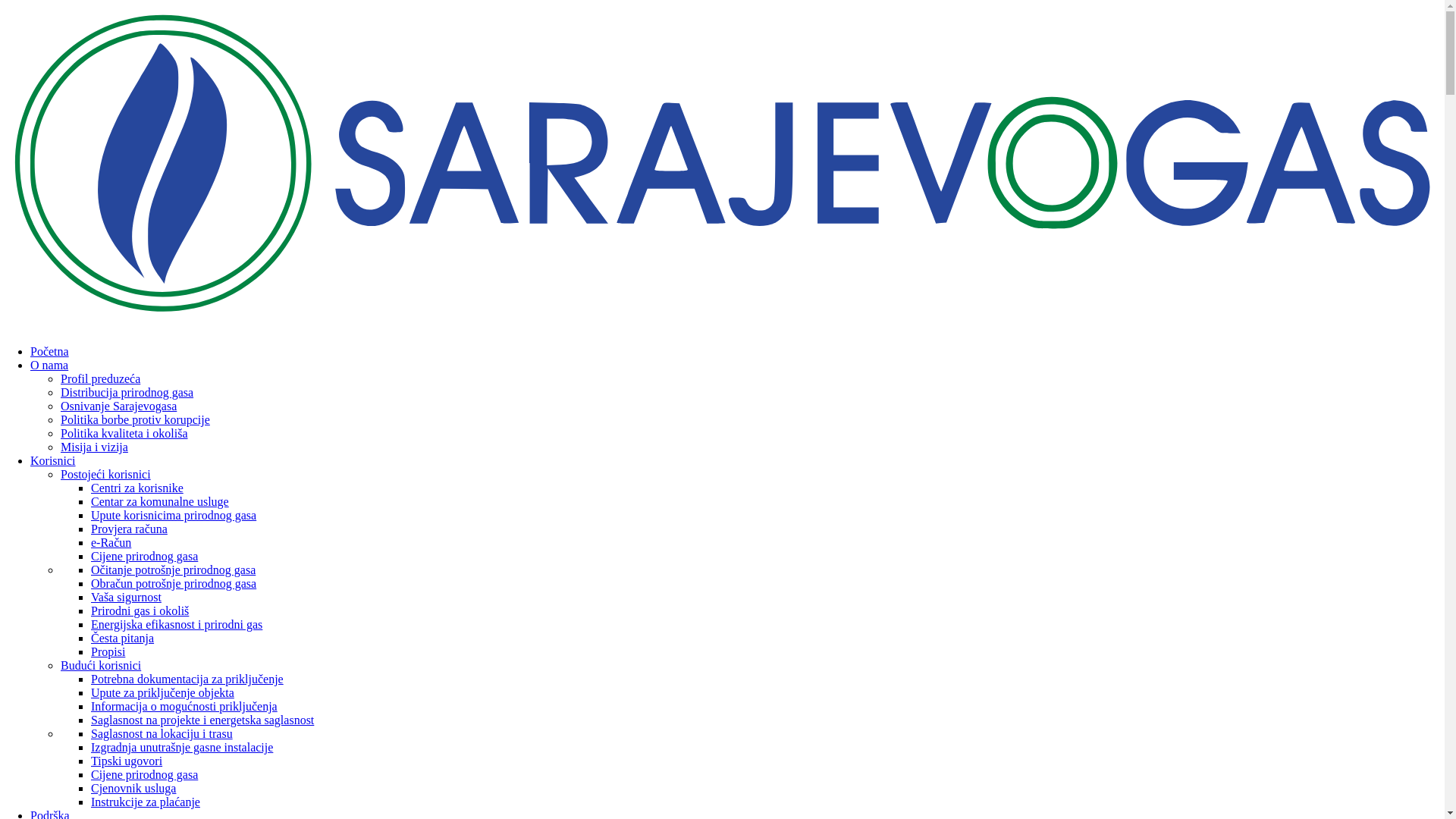 The image size is (1456, 819). What do you see at coordinates (53, 460) in the screenshot?
I see `'Korisnici'` at bounding box center [53, 460].